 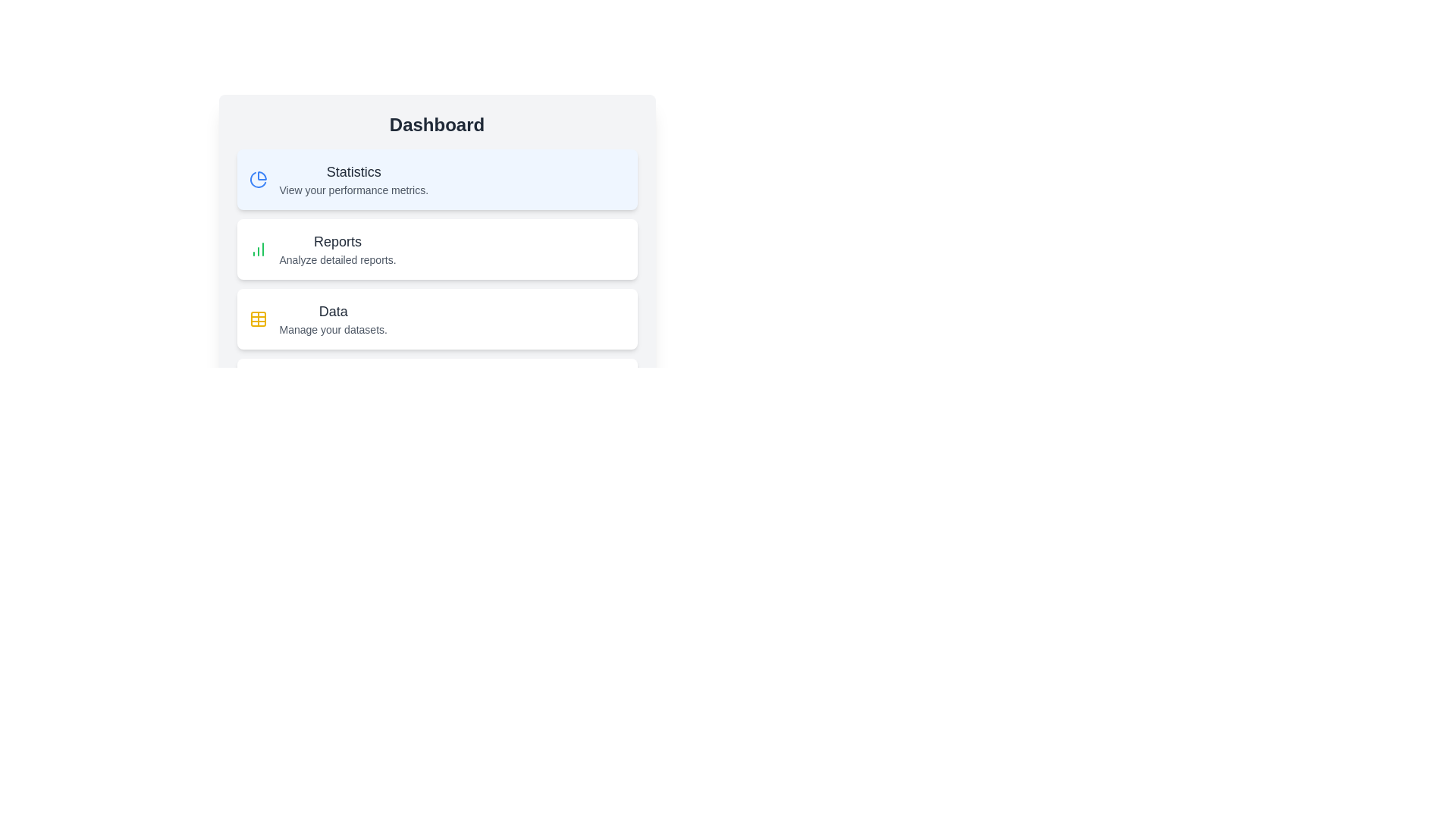 What do you see at coordinates (436, 178) in the screenshot?
I see `the section Statistics from the list` at bounding box center [436, 178].